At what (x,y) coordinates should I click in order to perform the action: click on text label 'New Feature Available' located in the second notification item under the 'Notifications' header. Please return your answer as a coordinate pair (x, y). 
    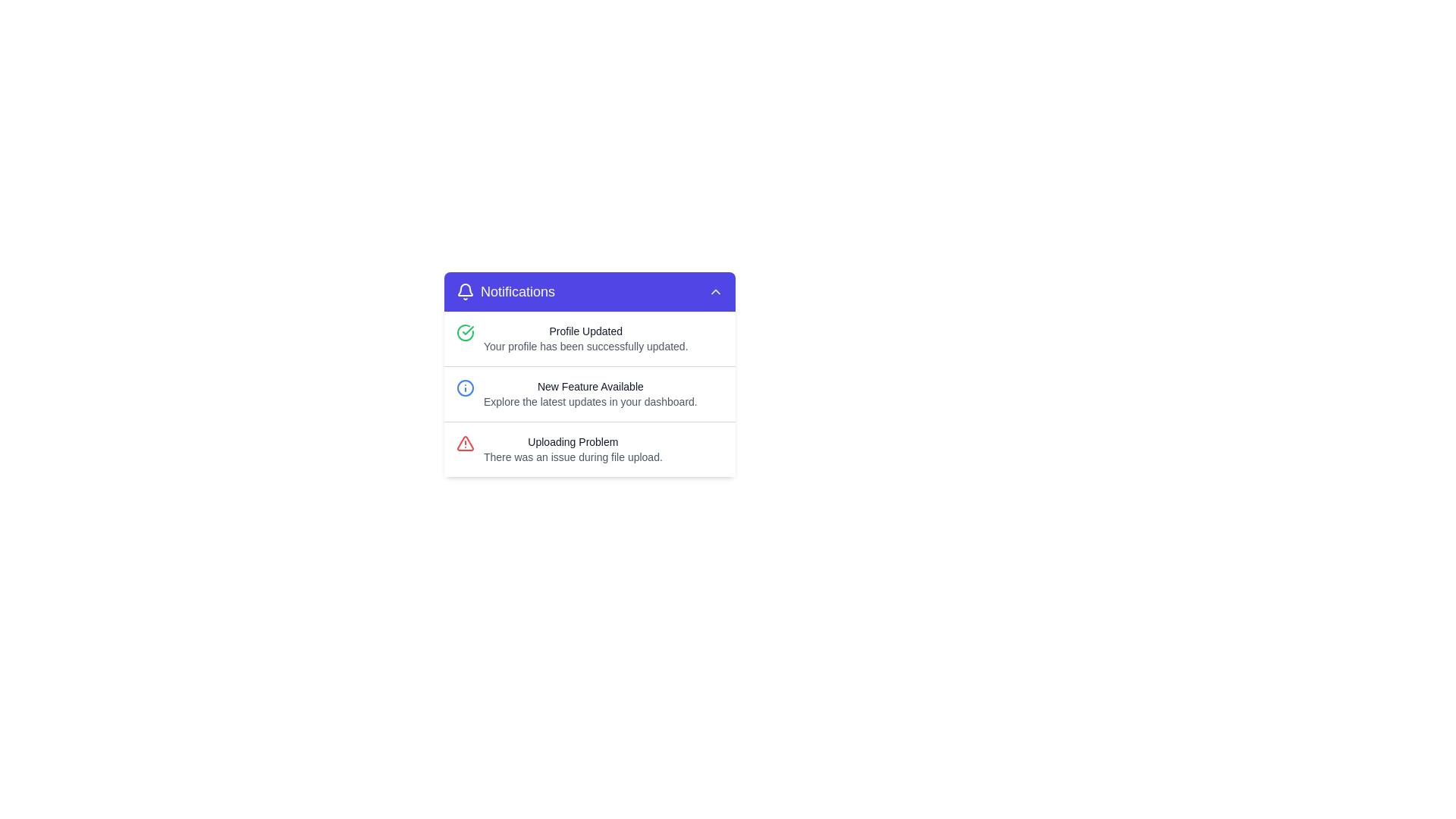
    Looking at the image, I should click on (589, 385).